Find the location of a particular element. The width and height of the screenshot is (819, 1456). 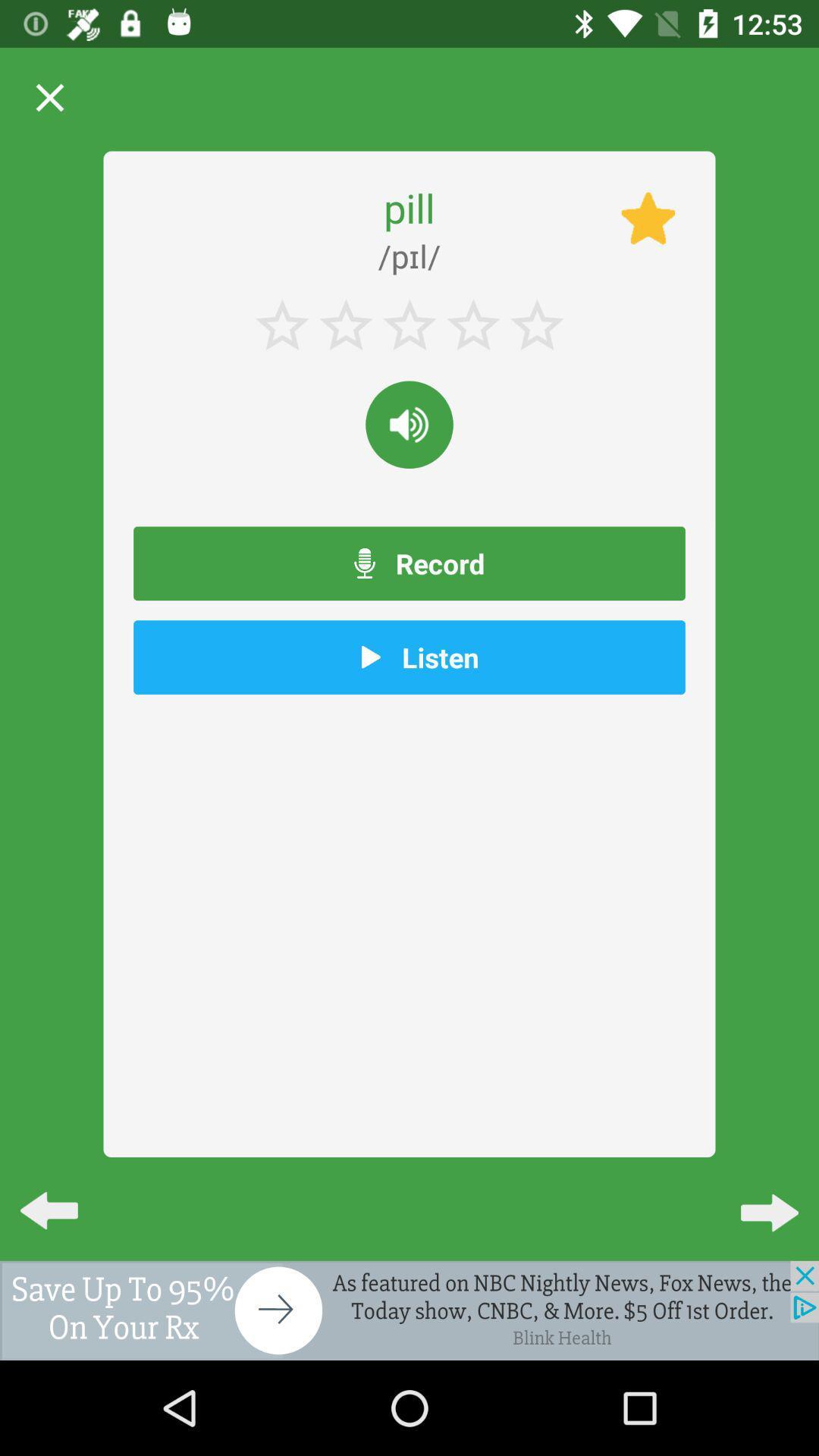

the volume icon is located at coordinates (409, 425).